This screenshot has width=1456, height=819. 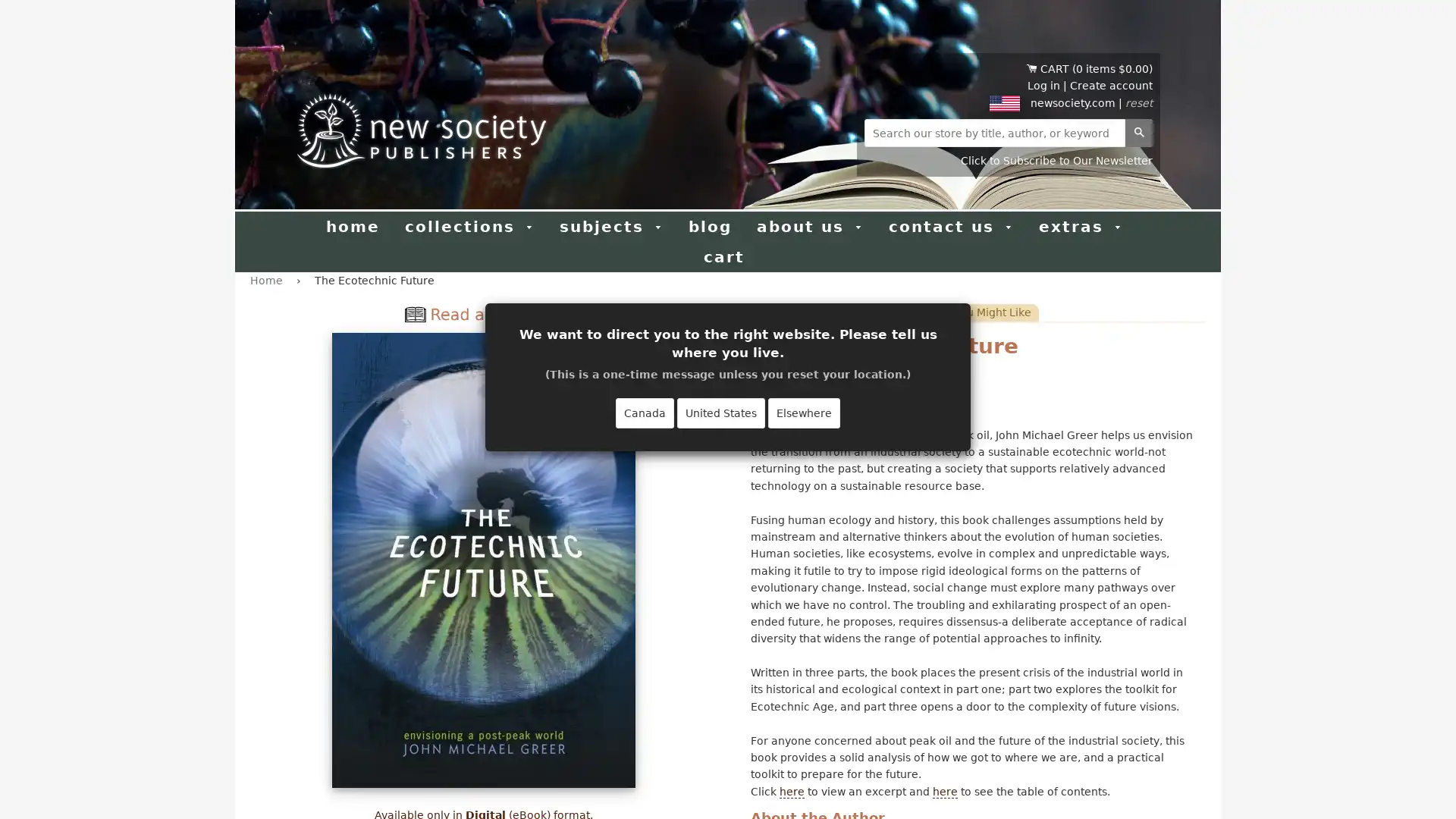 What do you see at coordinates (1139, 132) in the screenshot?
I see `Search` at bounding box center [1139, 132].